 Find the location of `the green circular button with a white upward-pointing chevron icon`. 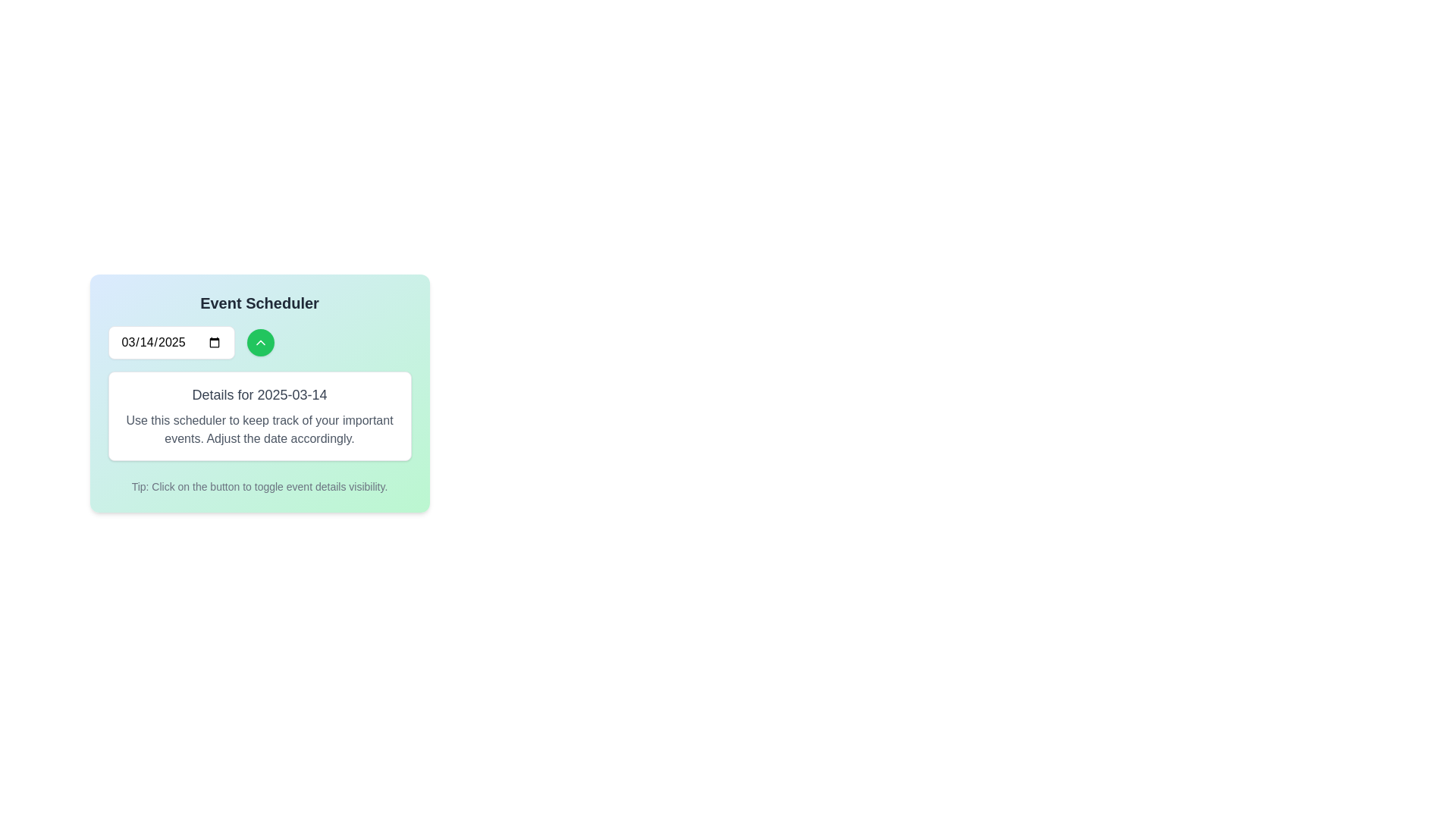

the green circular button with a white upward-pointing chevron icon is located at coordinates (260, 342).